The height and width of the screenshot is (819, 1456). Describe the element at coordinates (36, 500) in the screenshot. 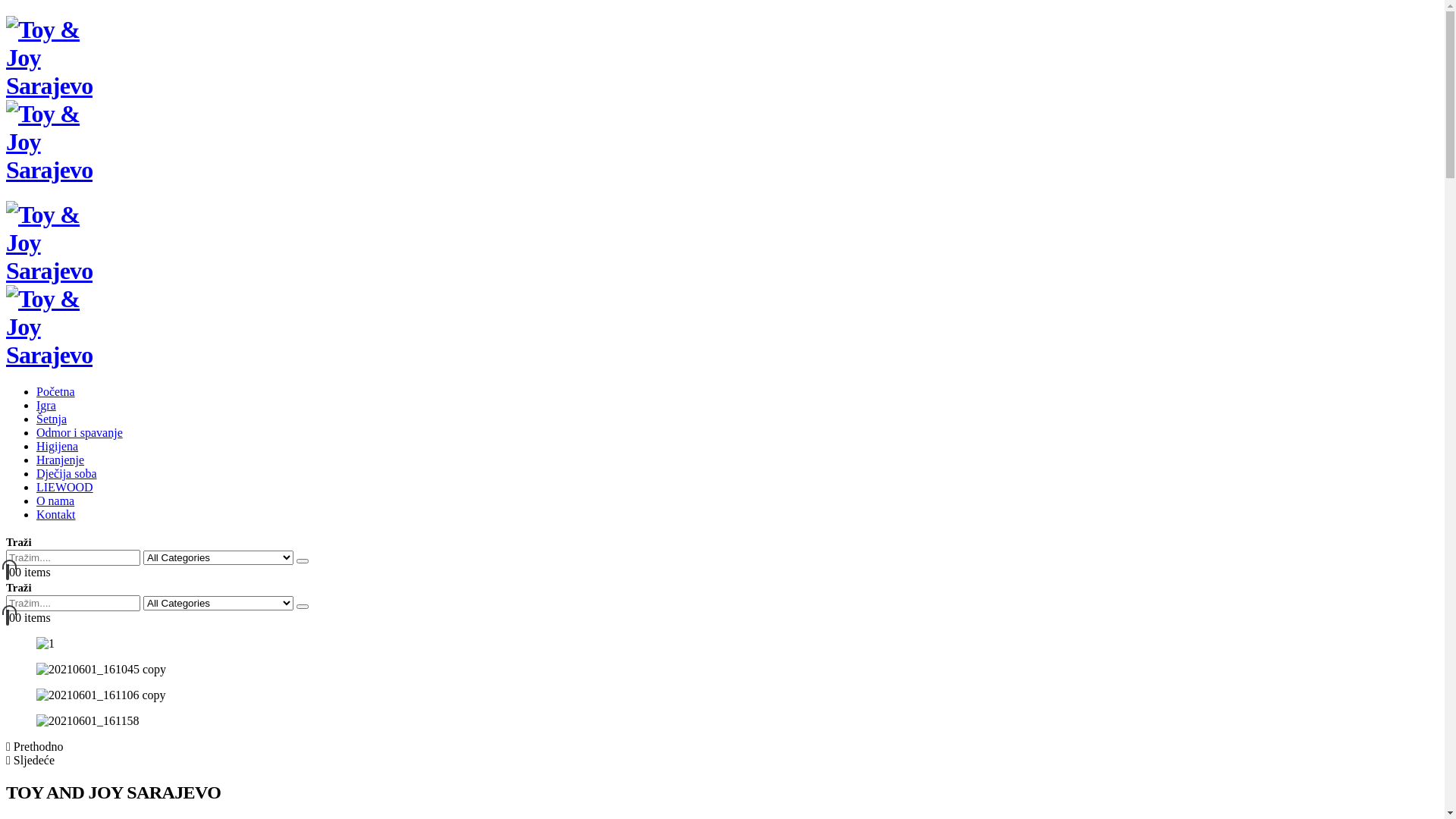

I see `'O nama'` at that location.